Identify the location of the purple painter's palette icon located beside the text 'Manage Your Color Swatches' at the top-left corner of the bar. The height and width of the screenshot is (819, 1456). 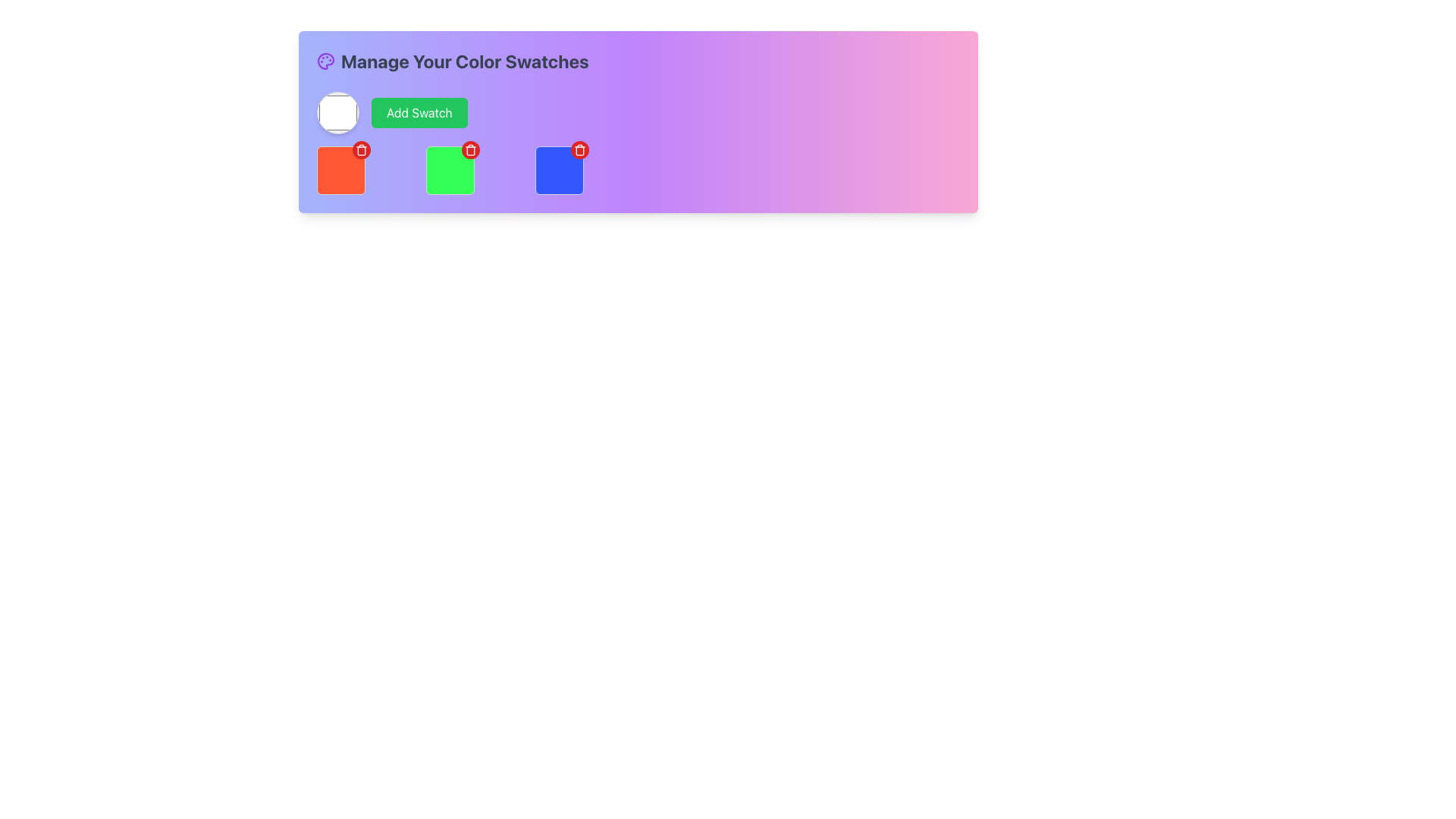
(325, 61).